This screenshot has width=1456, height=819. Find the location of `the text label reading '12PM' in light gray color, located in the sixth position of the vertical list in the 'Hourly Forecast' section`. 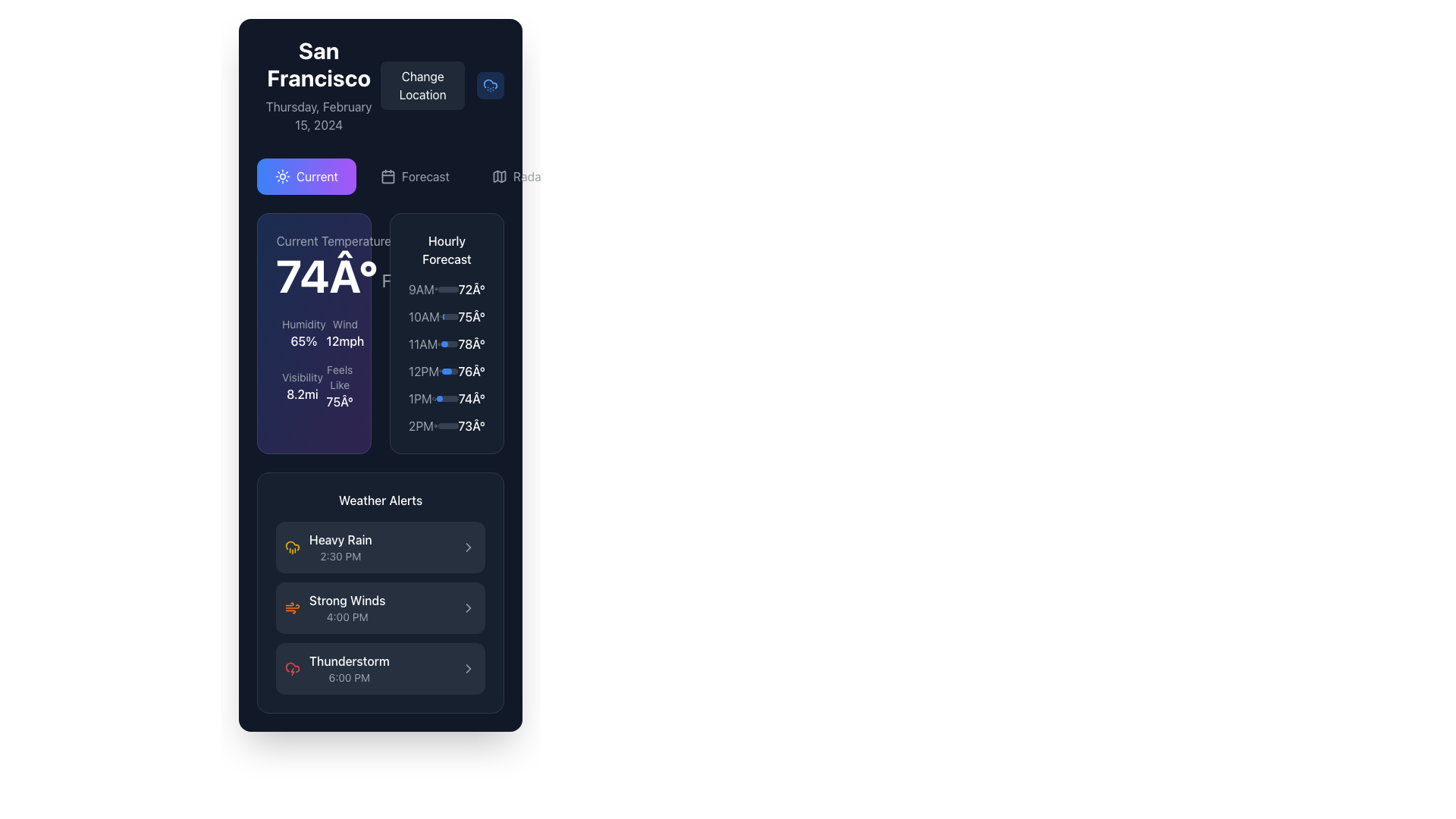

the text label reading '12PM' in light gray color, located in the sixth position of the vertical list in the 'Hourly Forecast' section is located at coordinates (423, 371).